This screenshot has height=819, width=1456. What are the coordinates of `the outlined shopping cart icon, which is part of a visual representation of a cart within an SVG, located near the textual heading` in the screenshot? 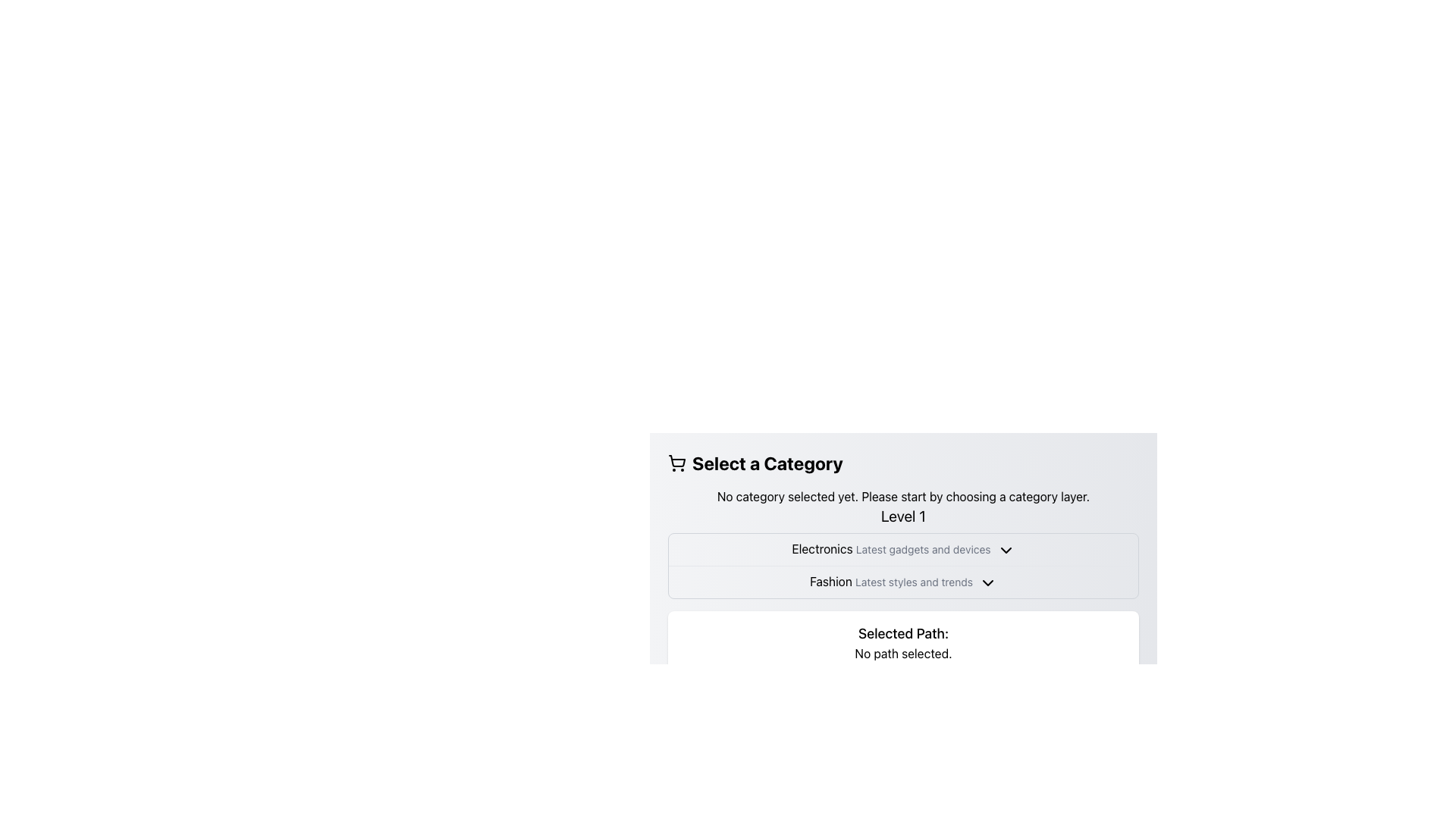 It's located at (676, 460).